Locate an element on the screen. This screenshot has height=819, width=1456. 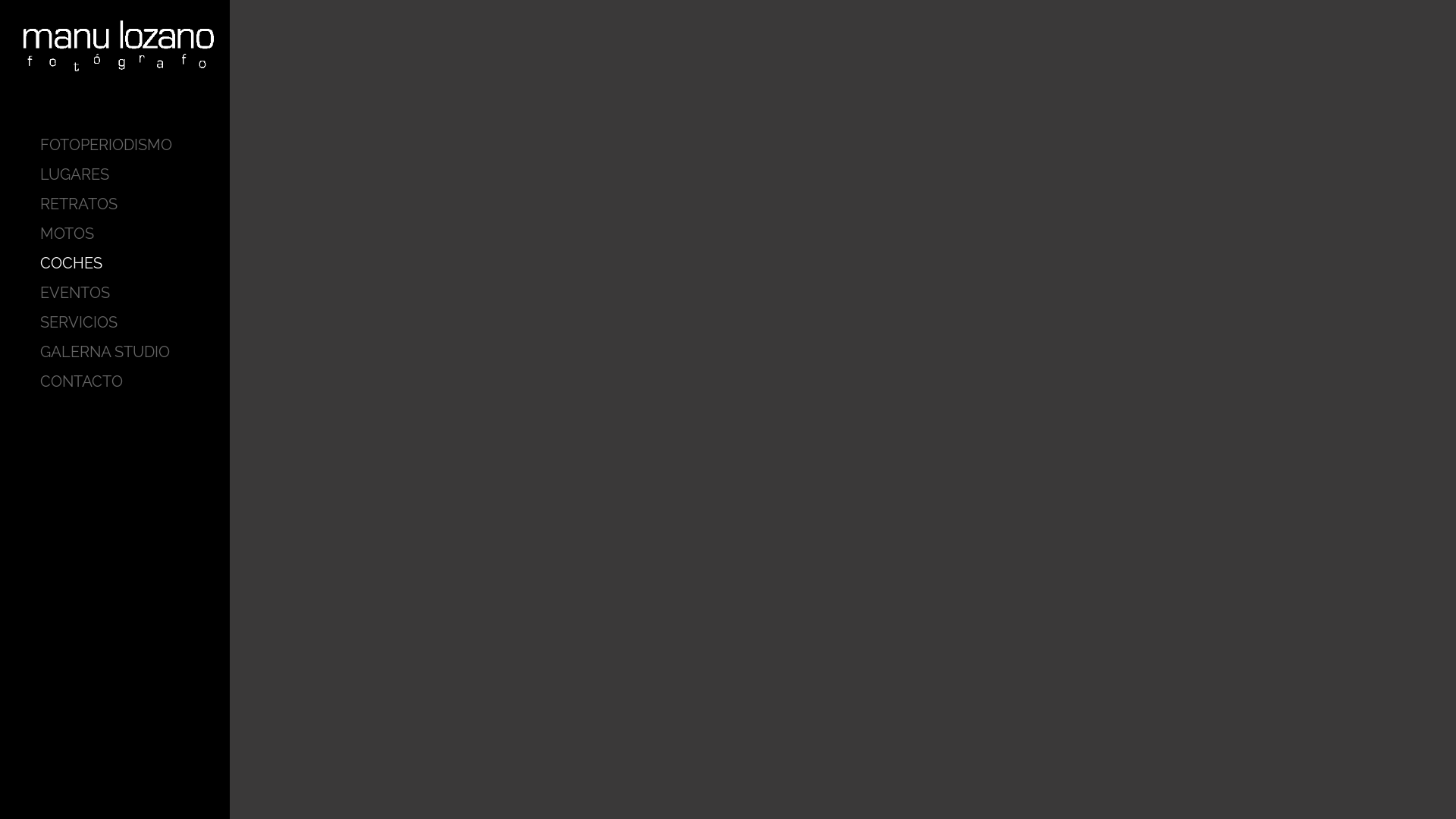
'LUGARES' is located at coordinates (105, 174).